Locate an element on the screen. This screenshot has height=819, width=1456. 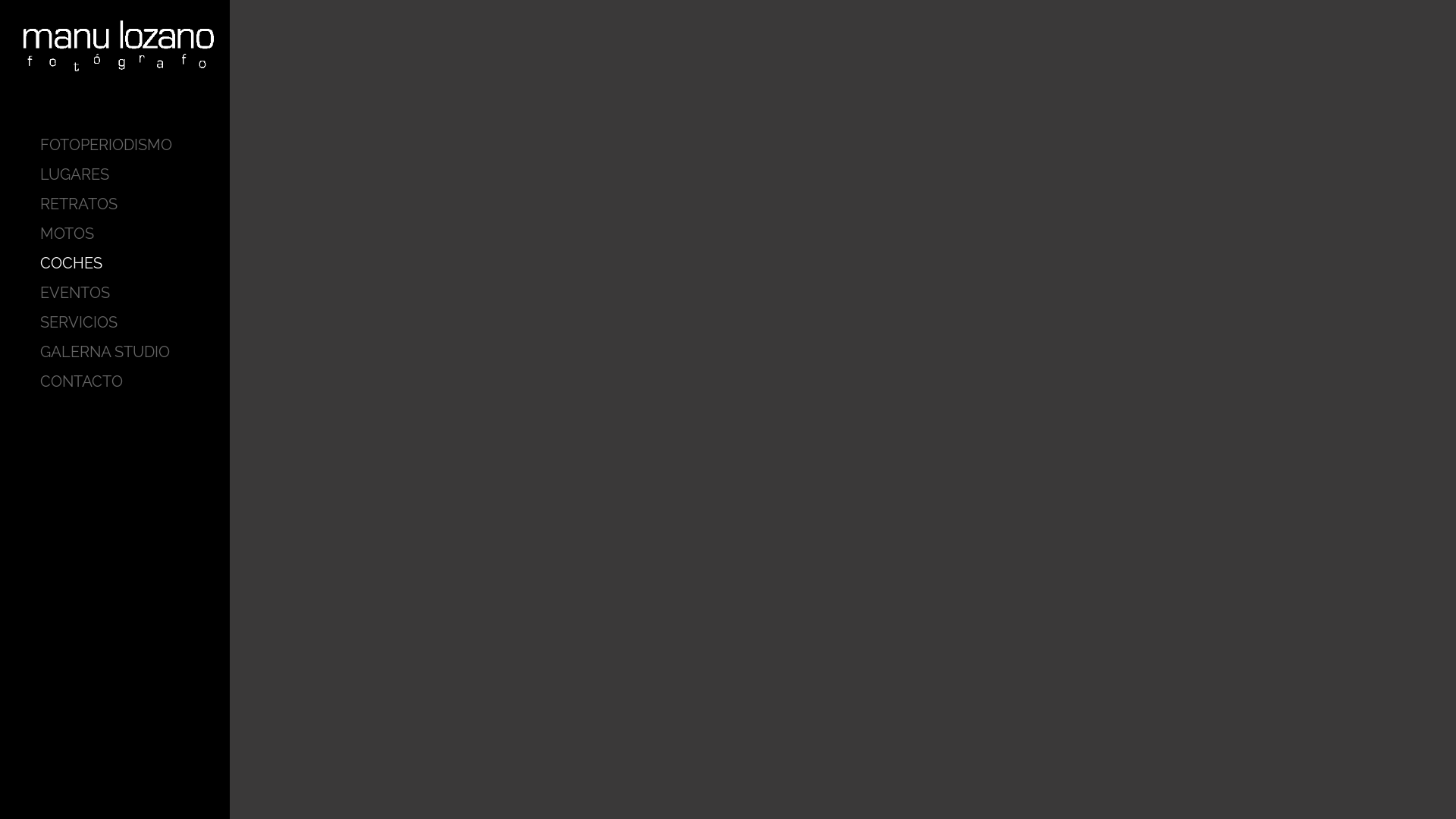
'LUGARES' is located at coordinates (105, 174).